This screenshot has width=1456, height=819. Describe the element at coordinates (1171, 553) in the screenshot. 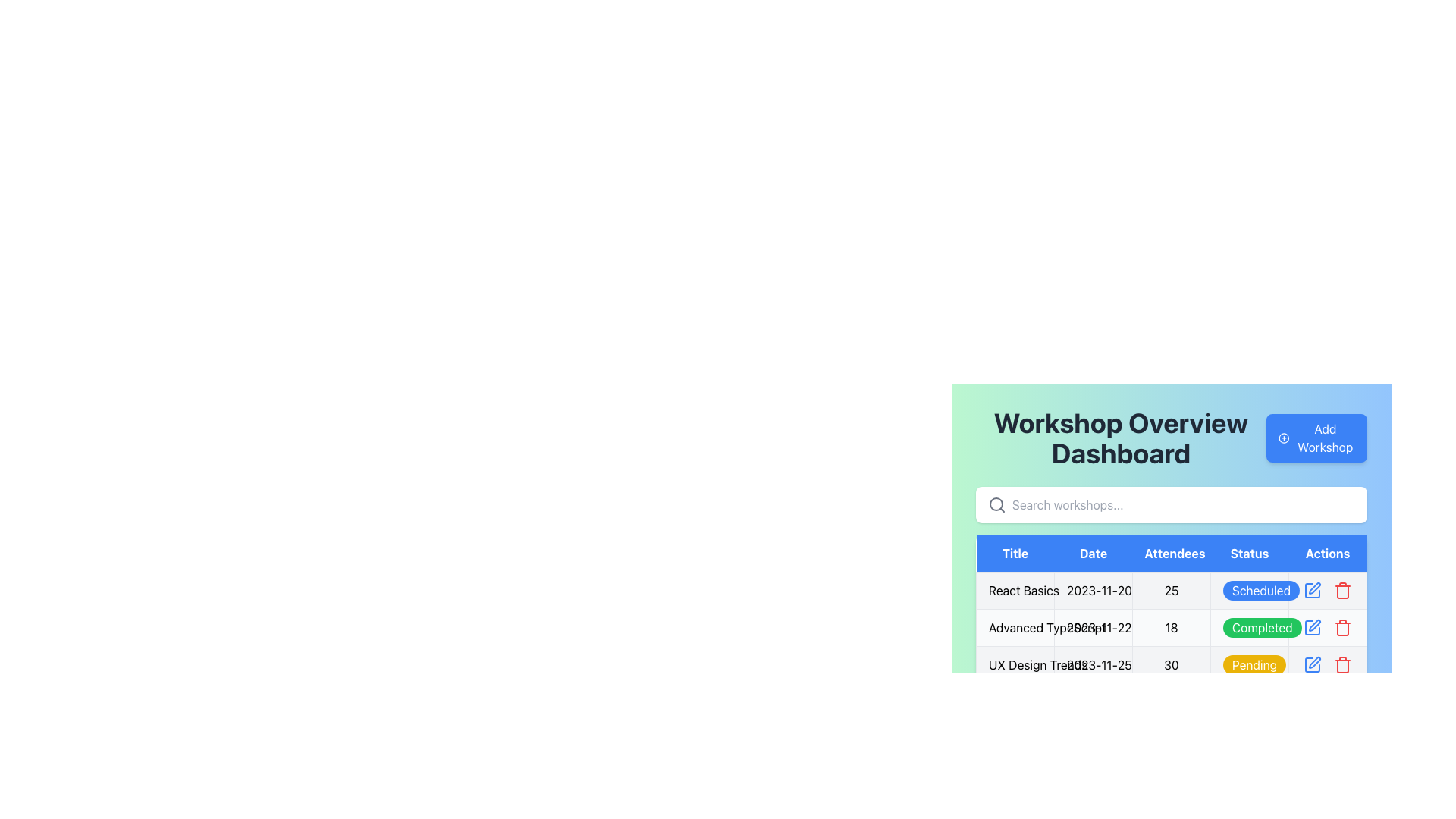

I see `the 'Attendees' table header element, which is a blue rectangular button containing white text` at that location.